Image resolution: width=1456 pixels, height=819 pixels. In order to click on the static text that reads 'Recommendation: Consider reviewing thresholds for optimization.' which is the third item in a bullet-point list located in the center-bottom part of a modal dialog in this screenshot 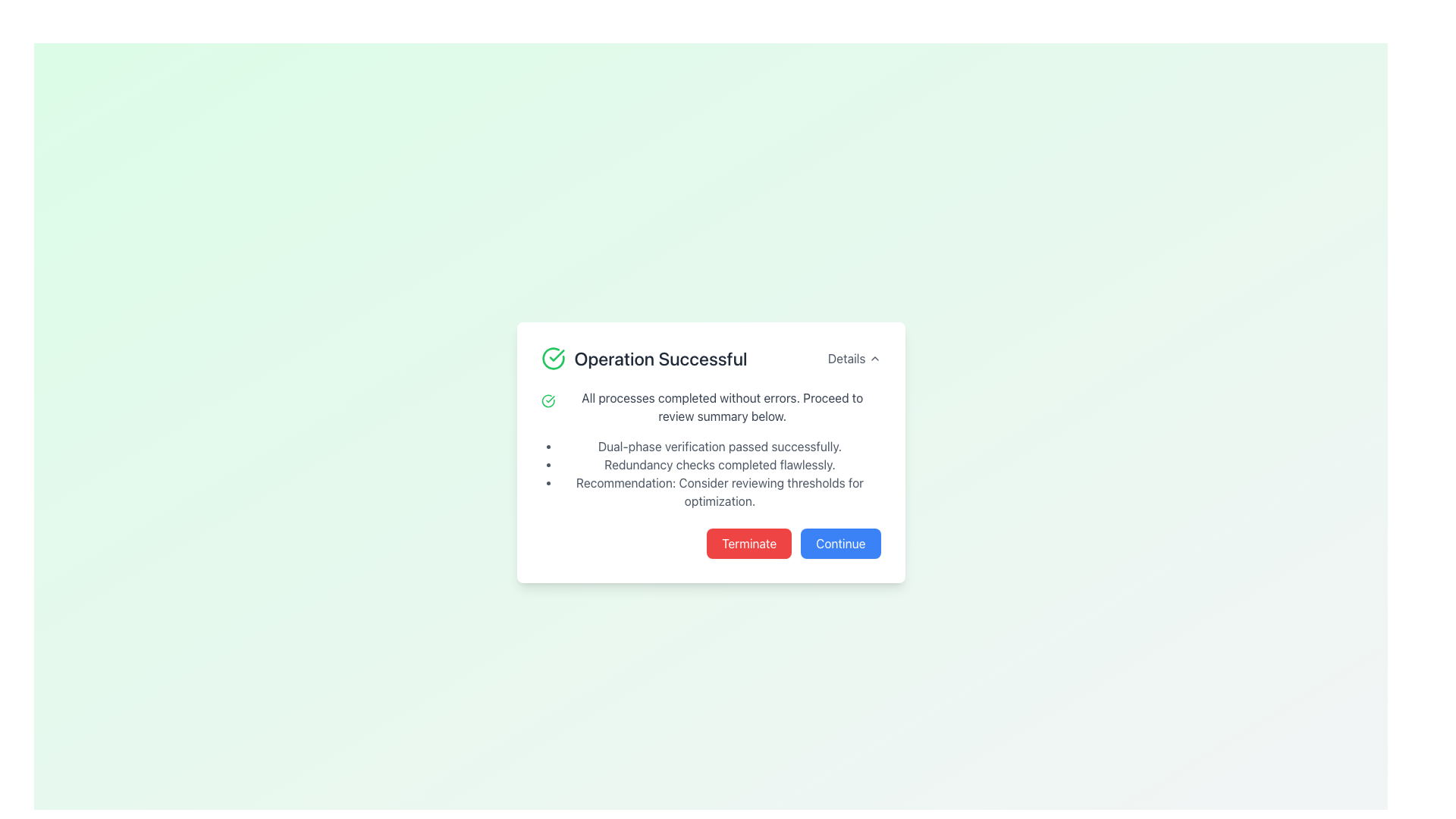, I will do `click(719, 491)`.